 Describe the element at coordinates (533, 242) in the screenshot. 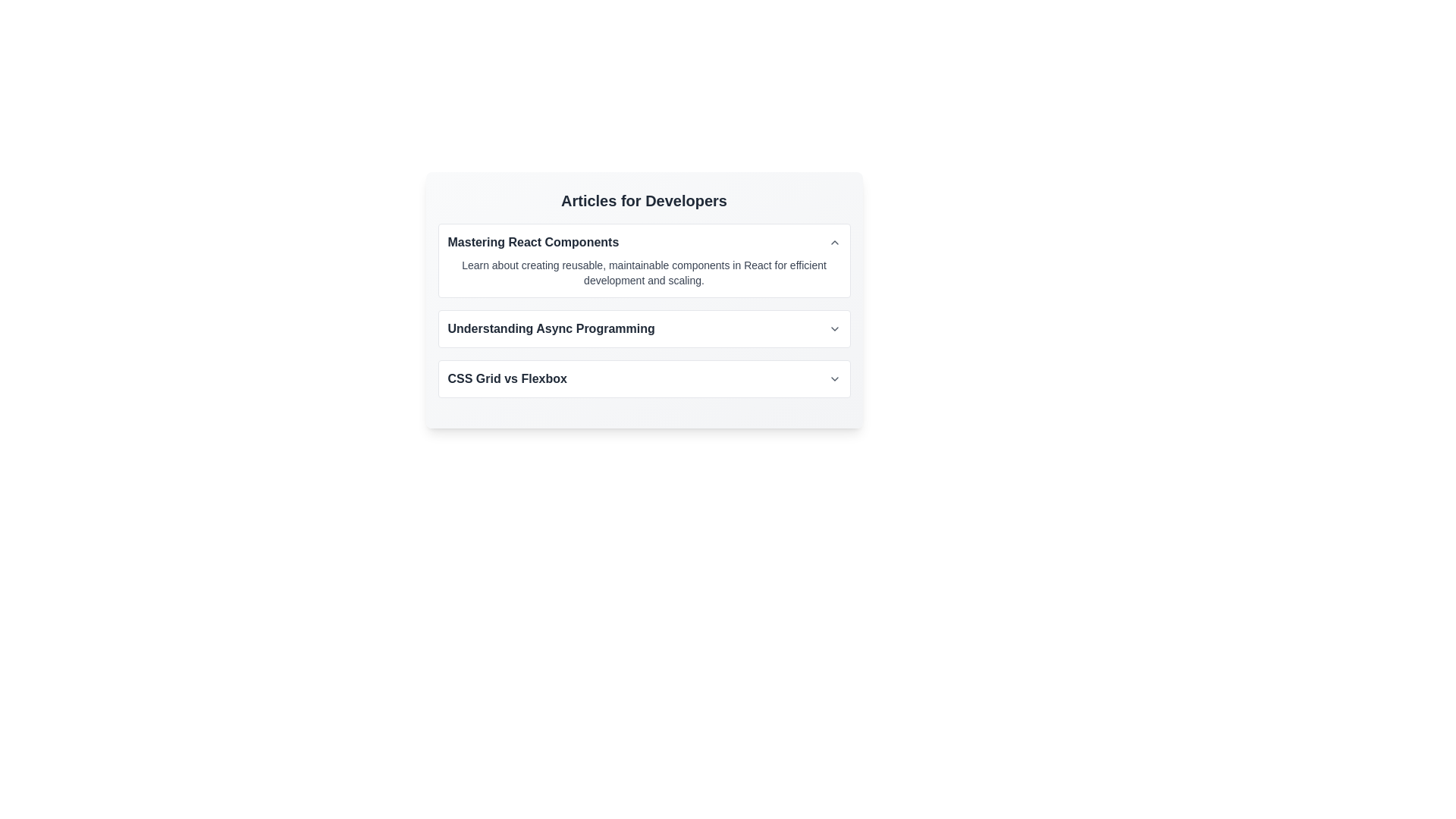

I see `text of the bold label reading 'Mastering React Components', which is located in the 'Articles for Developers' section, positioned above 'Understanding Async Programming' and 'CSS Grid vs Flexbox'` at that location.